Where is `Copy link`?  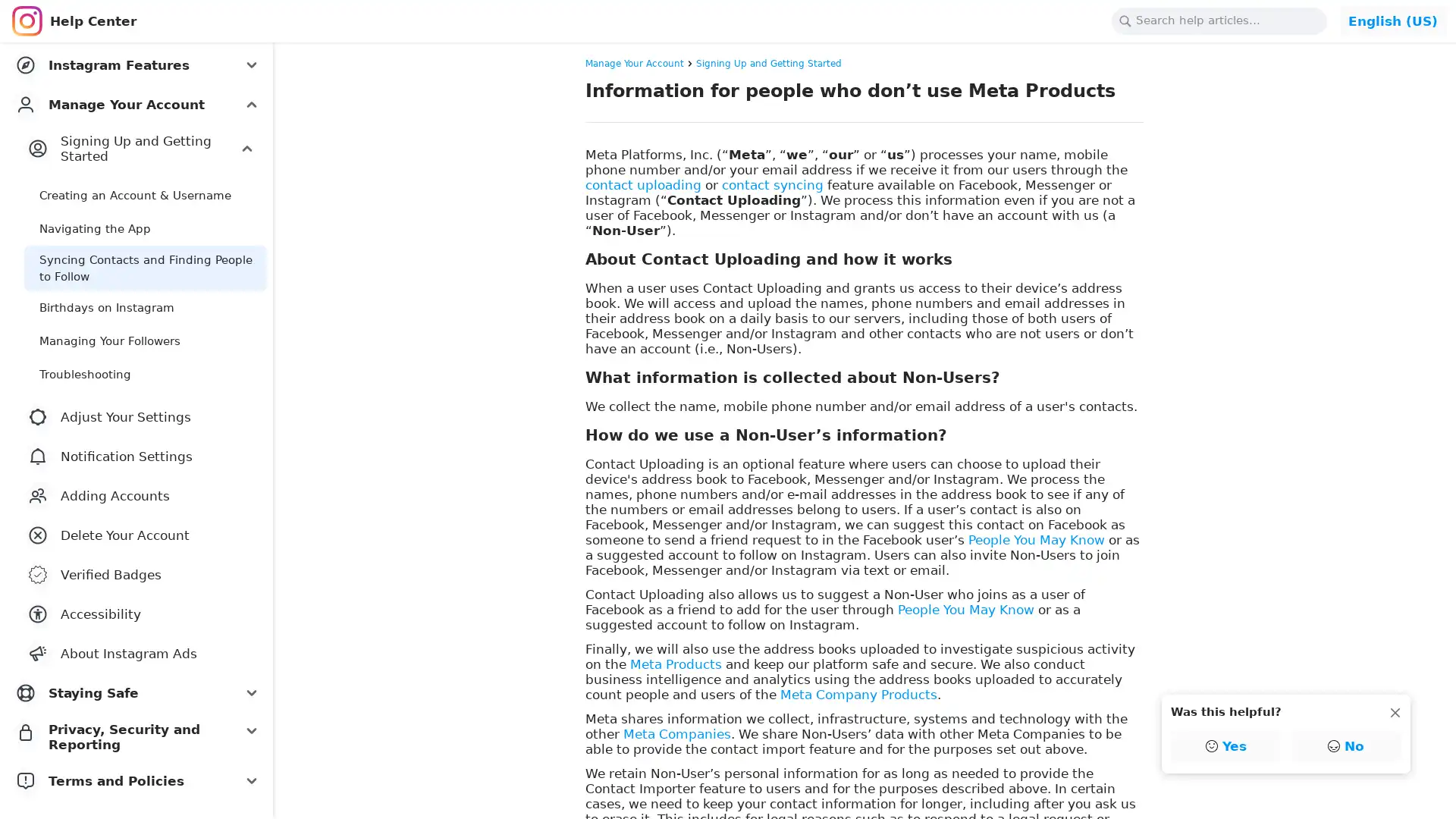
Copy link is located at coordinates (632, 122).